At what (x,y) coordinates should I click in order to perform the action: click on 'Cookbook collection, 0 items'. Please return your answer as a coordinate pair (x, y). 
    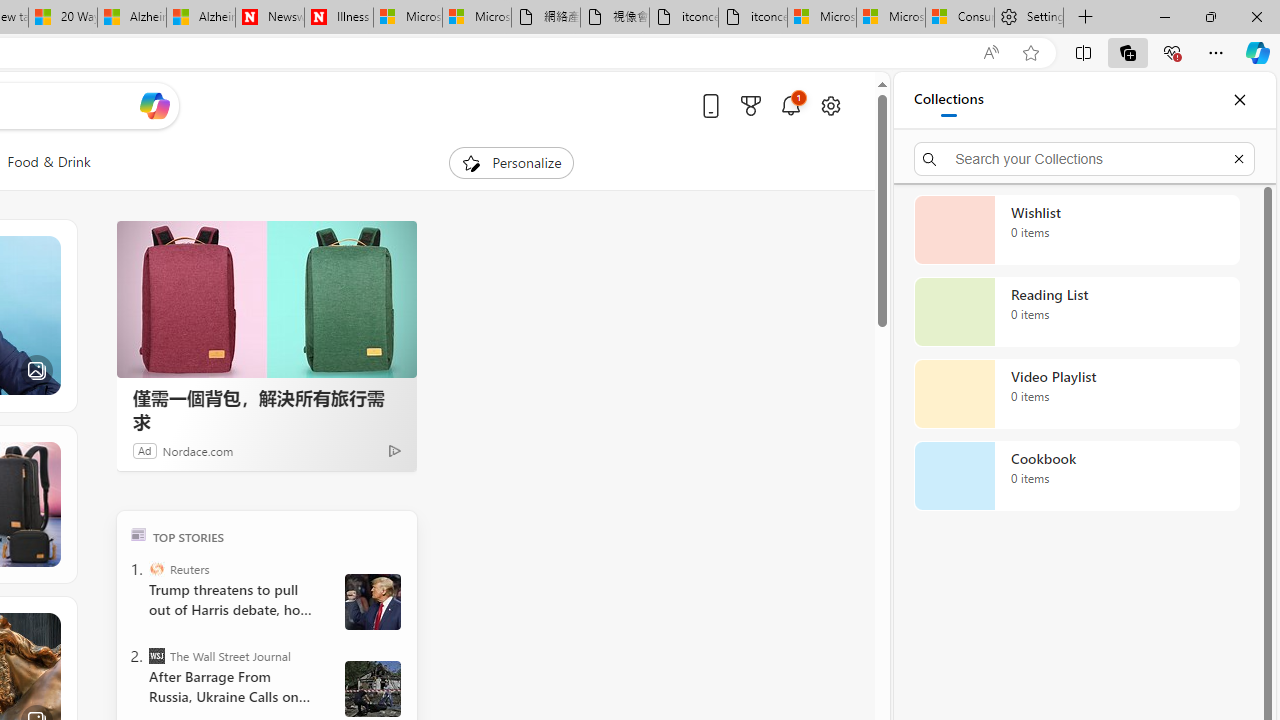
    Looking at the image, I should click on (1076, 475).